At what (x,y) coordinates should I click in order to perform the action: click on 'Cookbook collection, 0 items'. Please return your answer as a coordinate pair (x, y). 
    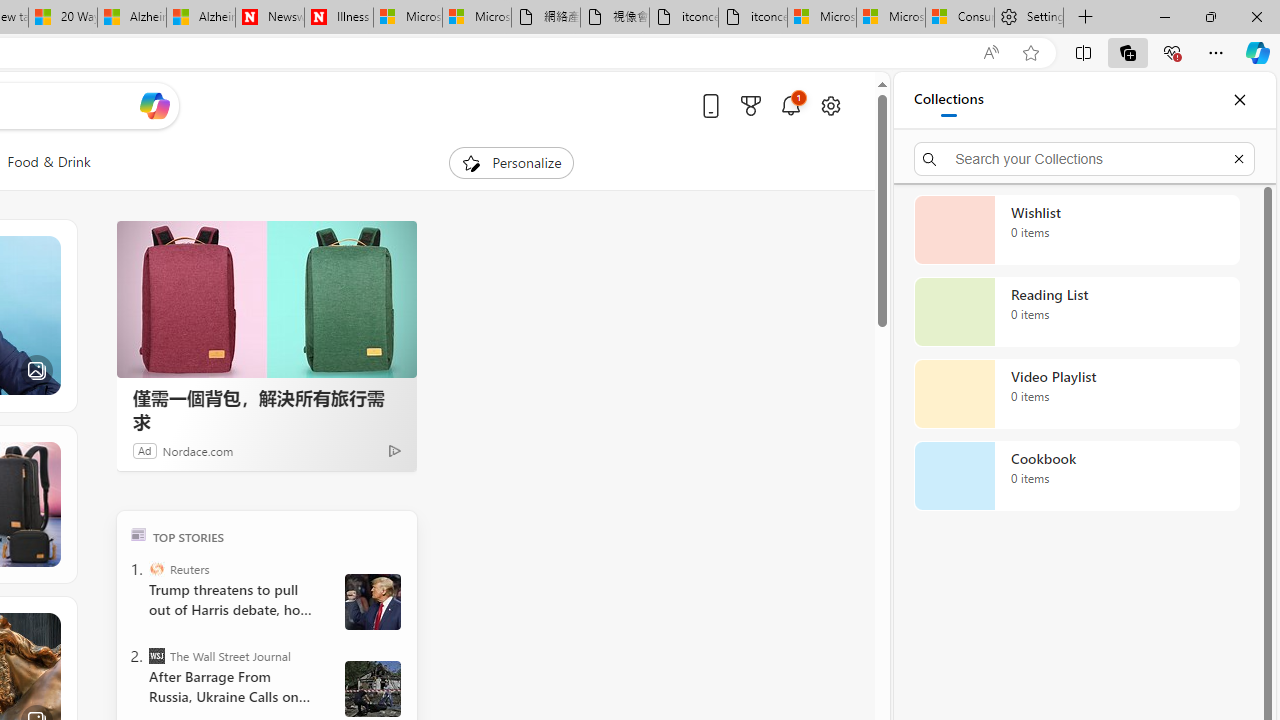
    Looking at the image, I should click on (1076, 475).